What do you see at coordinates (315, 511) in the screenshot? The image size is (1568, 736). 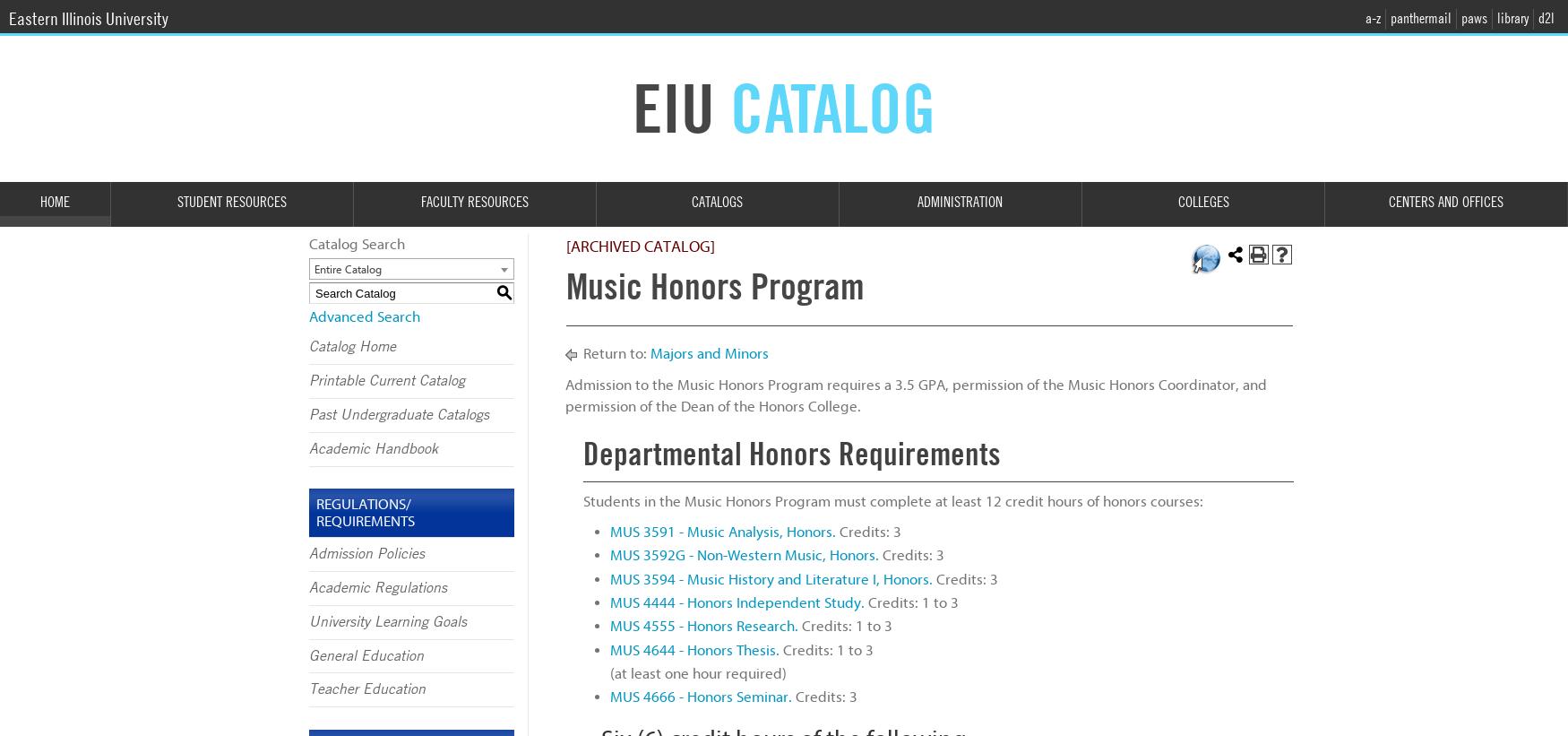 I see `'REGULATIONS/ REQUIREMENTS'` at bounding box center [315, 511].